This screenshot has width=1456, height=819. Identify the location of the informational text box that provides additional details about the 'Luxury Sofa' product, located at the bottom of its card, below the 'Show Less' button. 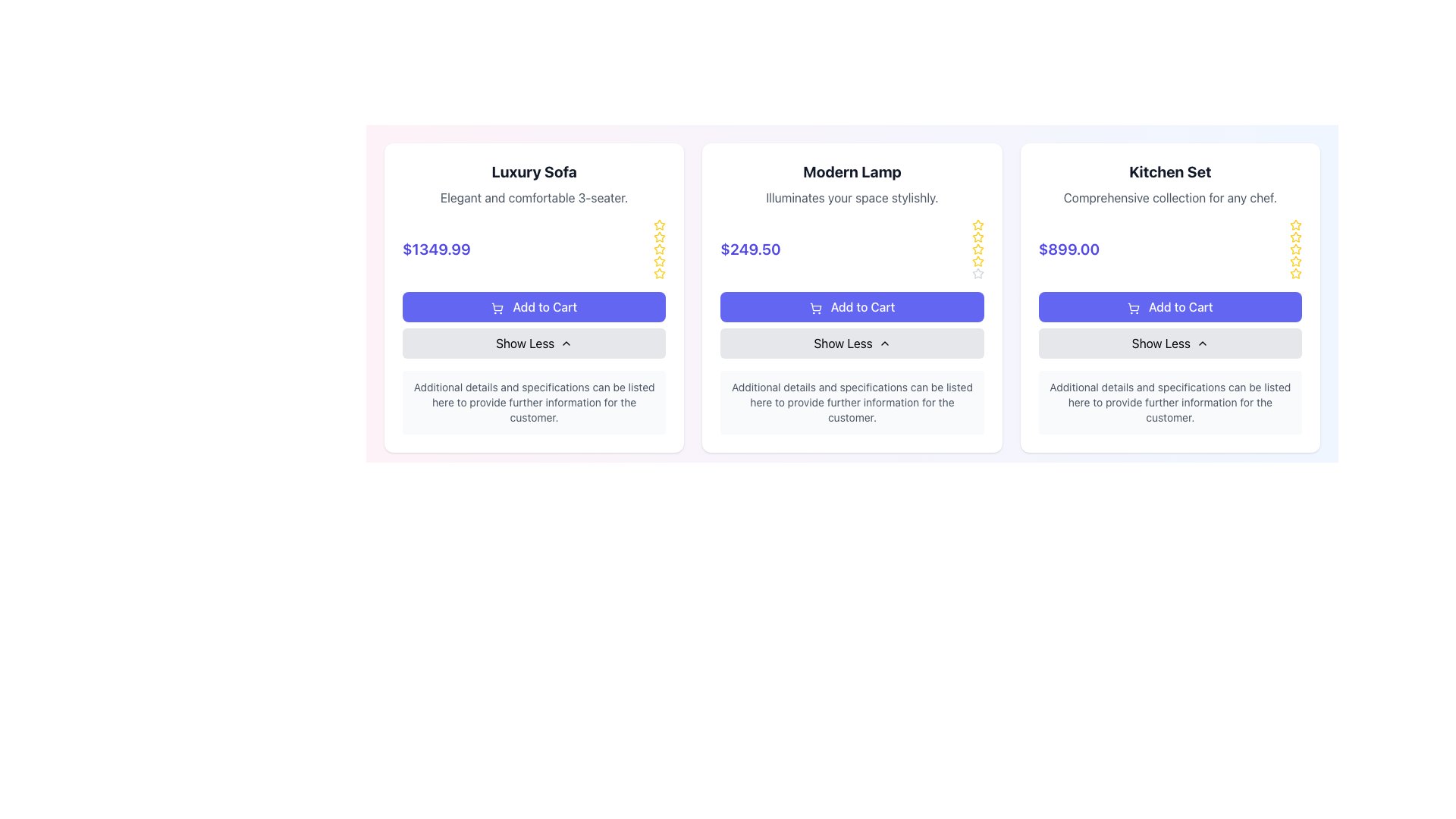
(534, 402).